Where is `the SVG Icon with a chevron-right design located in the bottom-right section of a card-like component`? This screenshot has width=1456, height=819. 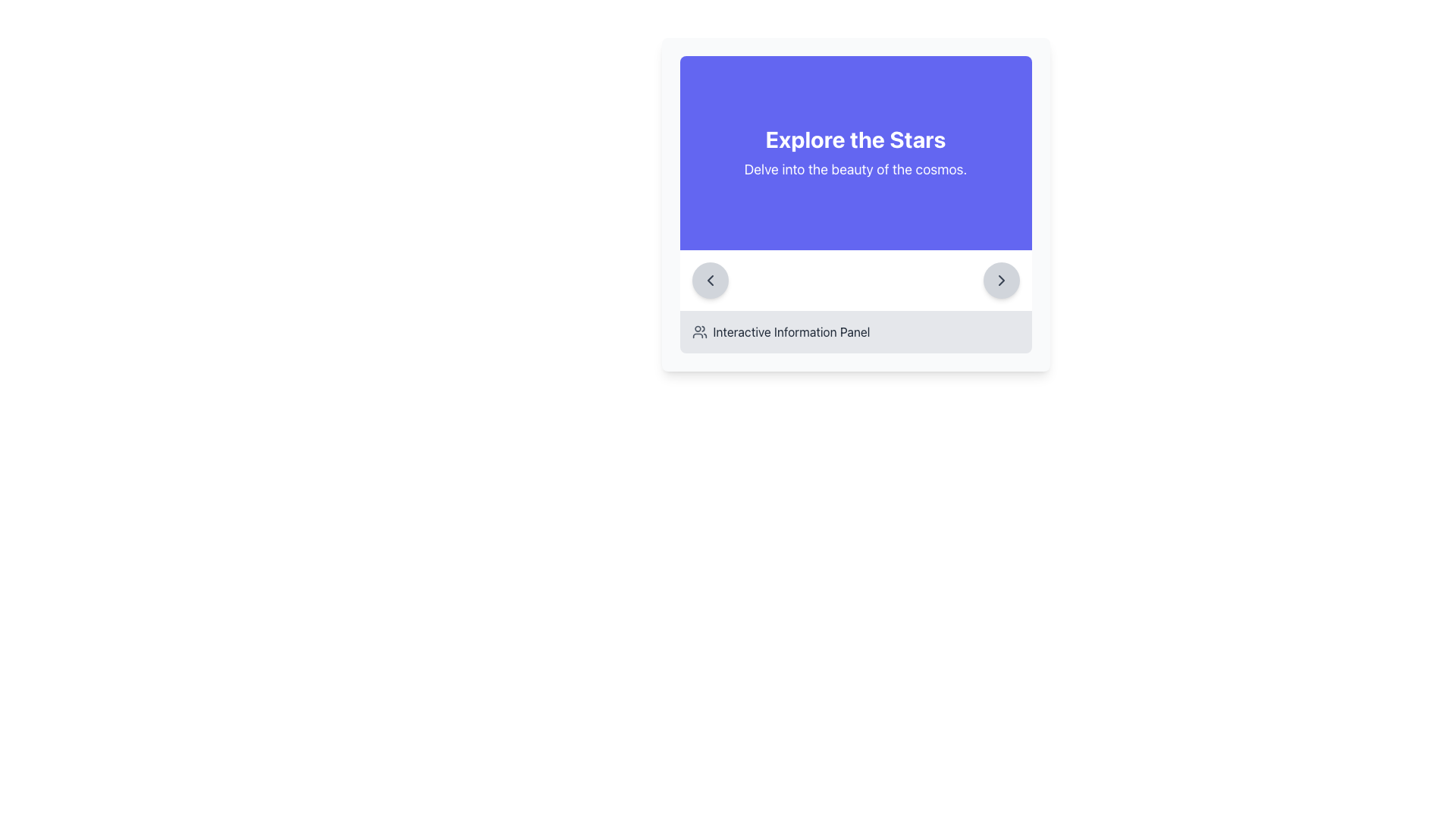
the SVG Icon with a chevron-right design located in the bottom-right section of a card-like component is located at coordinates (1001, 281).